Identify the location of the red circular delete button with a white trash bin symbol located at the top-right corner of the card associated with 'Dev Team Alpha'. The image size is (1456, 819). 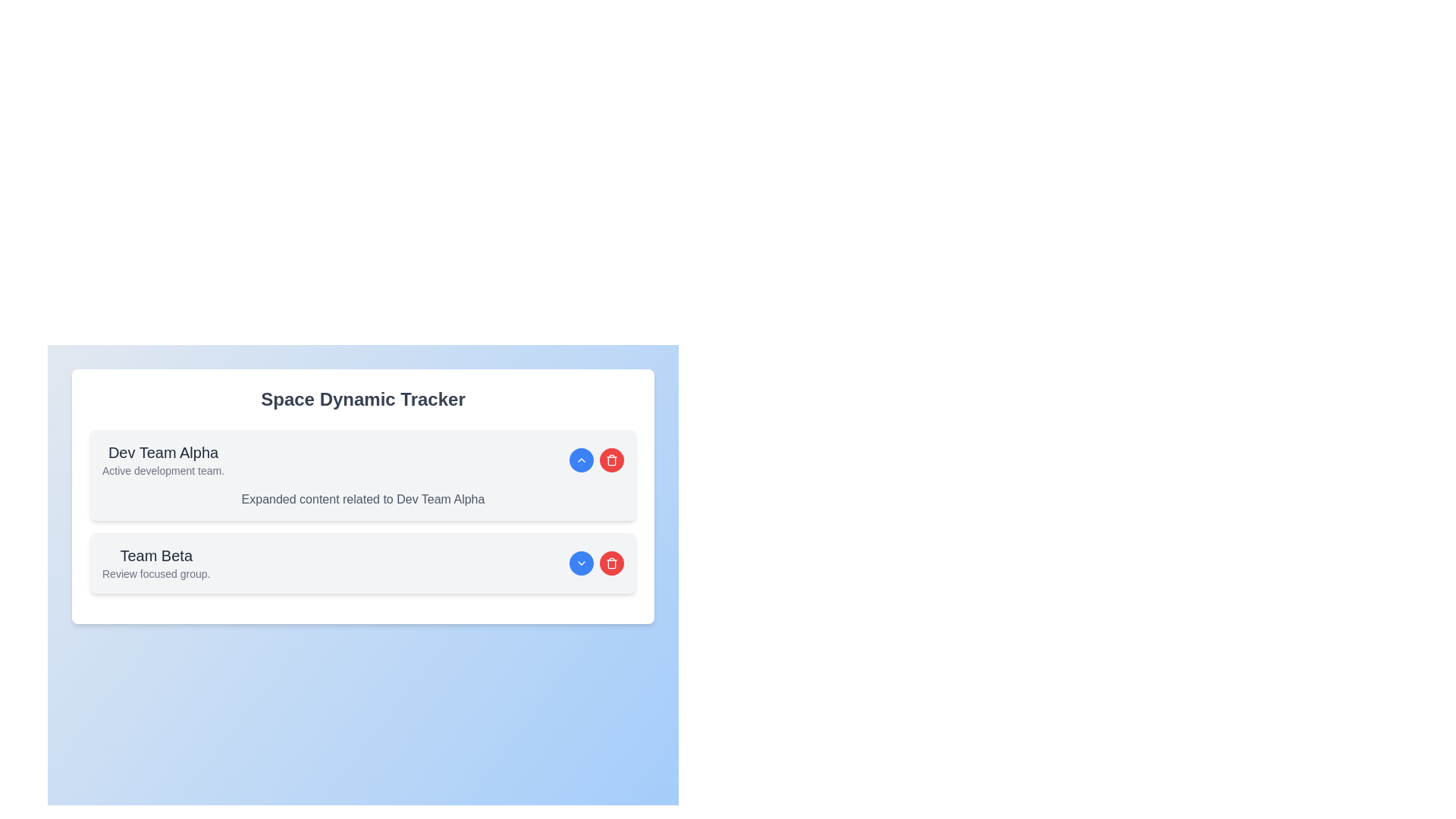
(611, 563).